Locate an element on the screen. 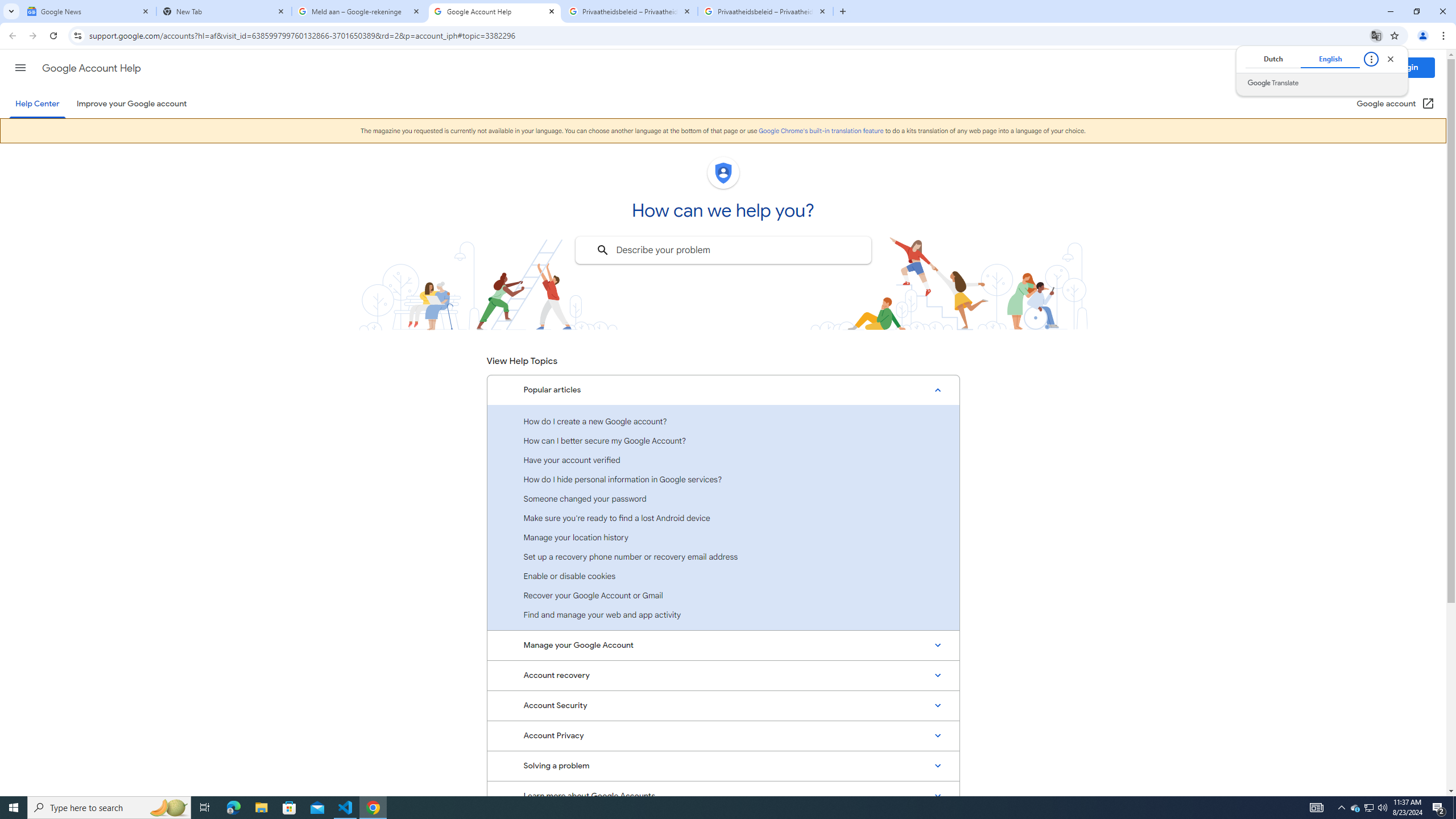 The image size is (1456, 819). 'User Promoted Notification Area' is located at coordinates (1368, 806).